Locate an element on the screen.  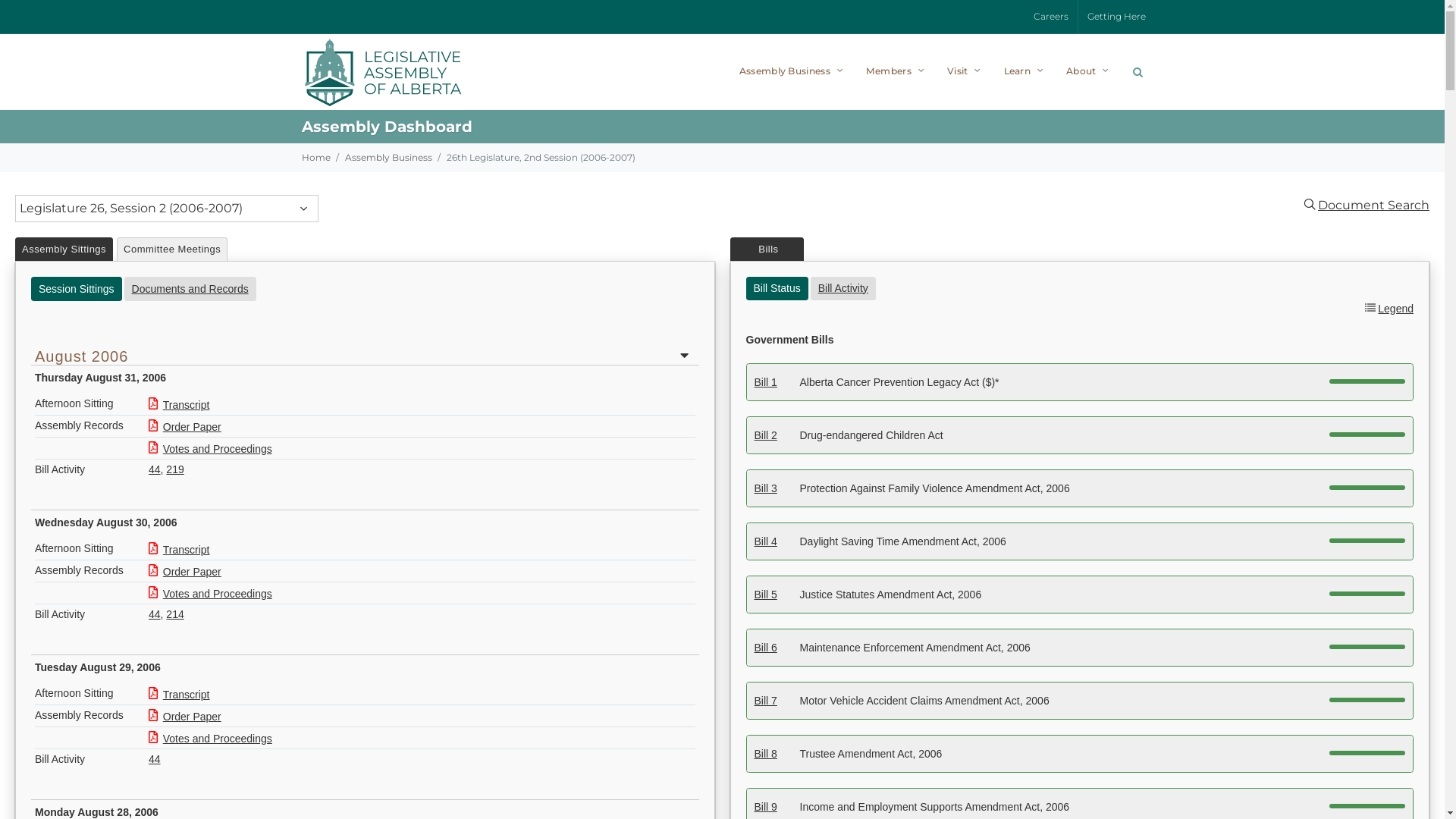
'Committee Meetings' is located at coordinates (171, 248).